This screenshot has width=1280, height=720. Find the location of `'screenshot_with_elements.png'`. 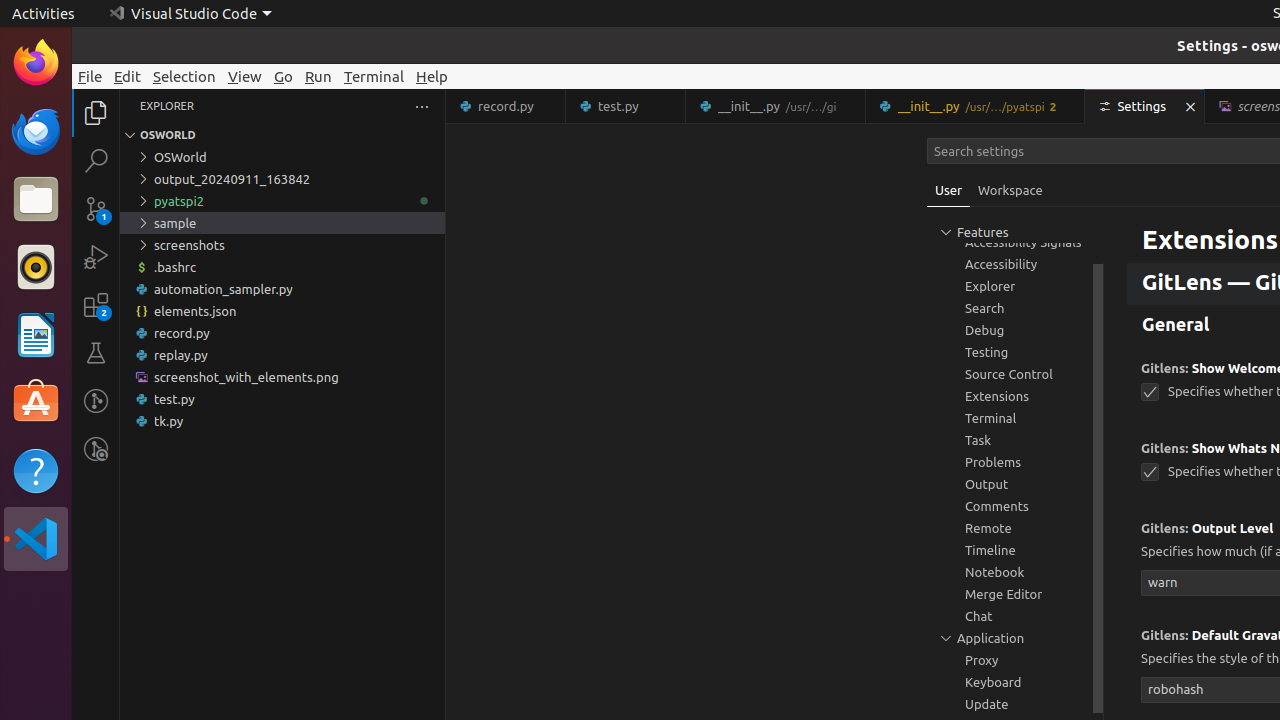

'screenshot_with_elements.png' is located at coordinates (281, 376).